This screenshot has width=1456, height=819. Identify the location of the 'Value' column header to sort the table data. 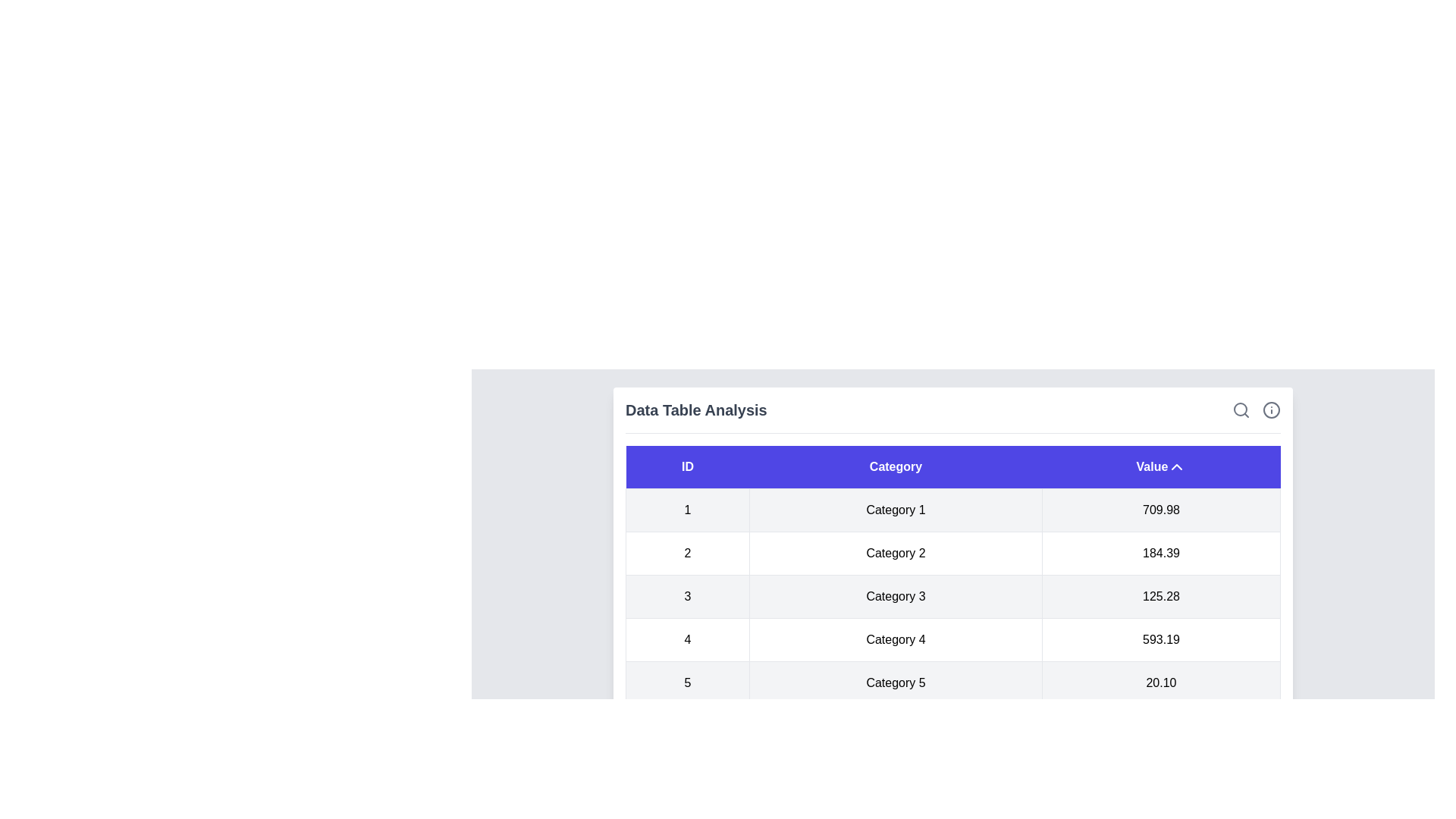
(1160, 466).